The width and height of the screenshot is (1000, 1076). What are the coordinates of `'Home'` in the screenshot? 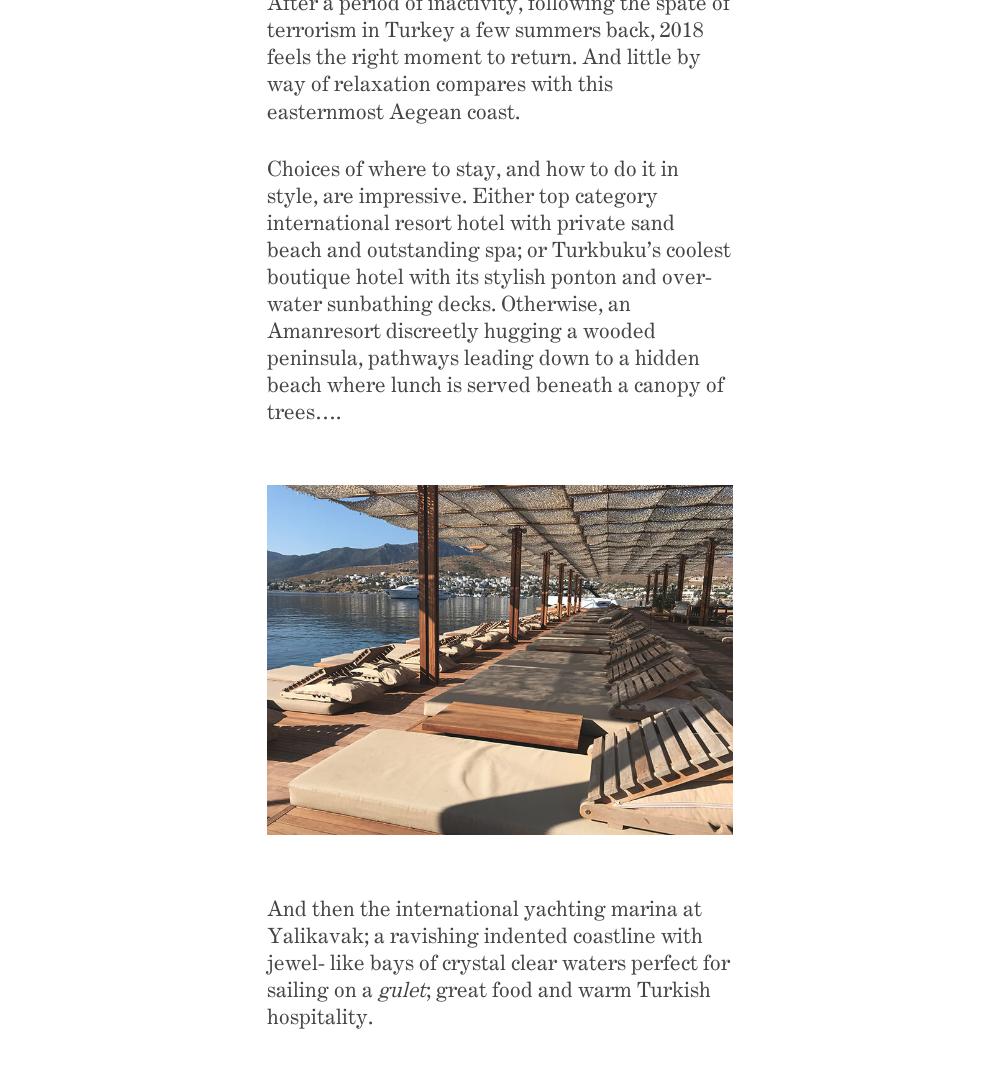 It's located at (99, 77).